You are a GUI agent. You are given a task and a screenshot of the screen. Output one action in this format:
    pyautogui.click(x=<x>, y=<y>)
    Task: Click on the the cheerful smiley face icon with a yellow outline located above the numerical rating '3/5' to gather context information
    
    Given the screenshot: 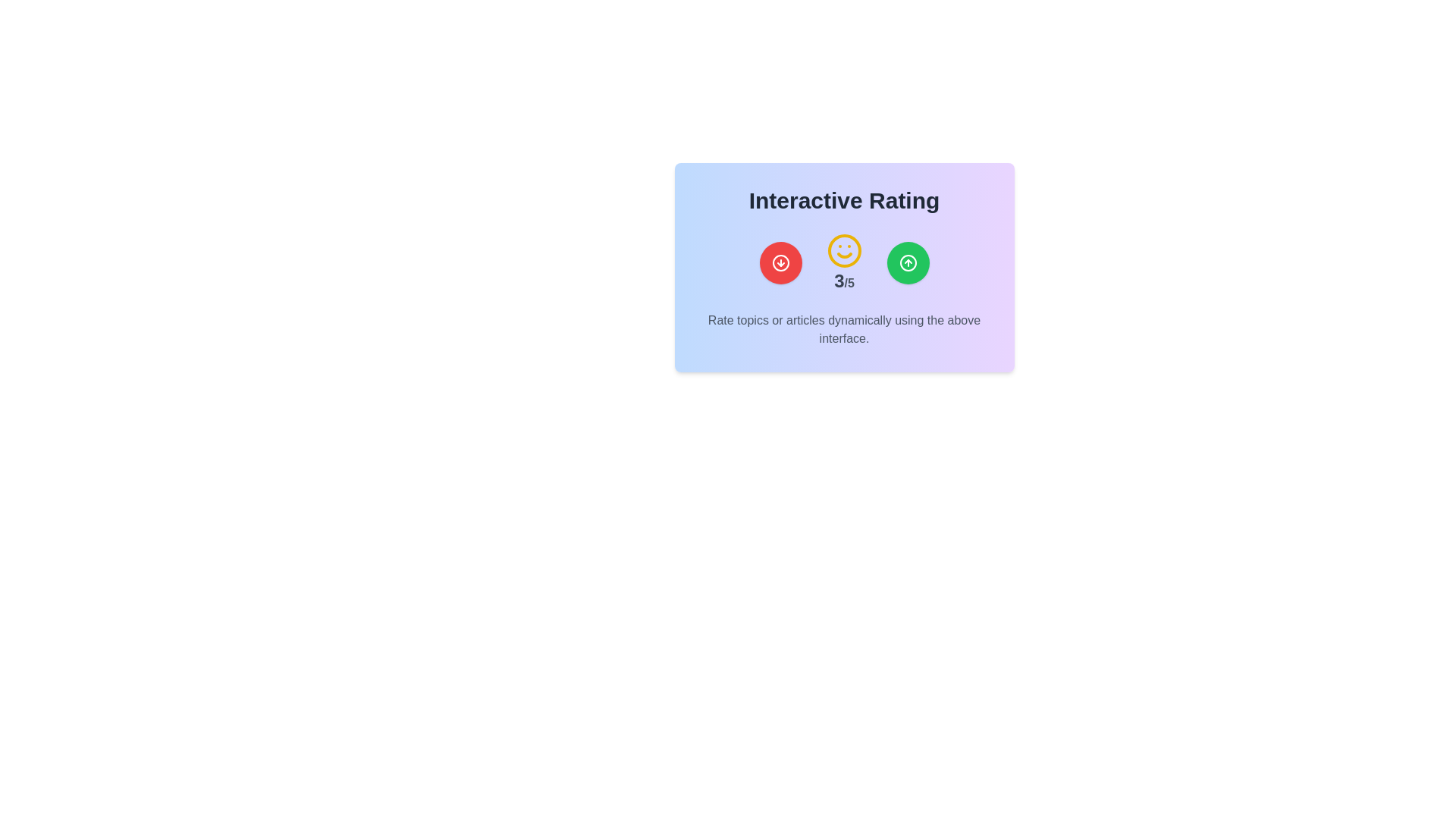 What is the action you would take?
    pyautogui.click(x=843, y=250)
    